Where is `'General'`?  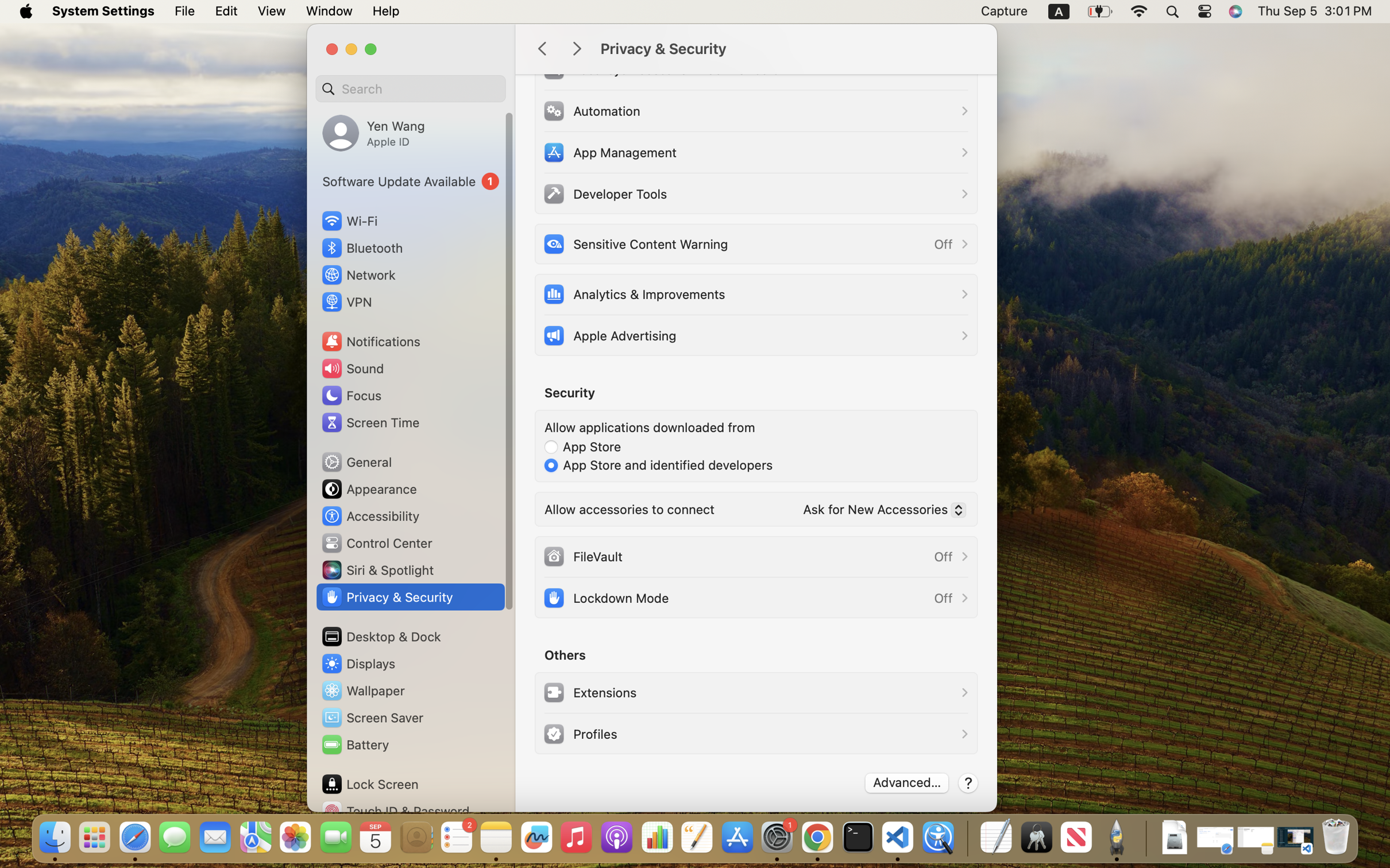 'General' is located at coordinates (355, 461).